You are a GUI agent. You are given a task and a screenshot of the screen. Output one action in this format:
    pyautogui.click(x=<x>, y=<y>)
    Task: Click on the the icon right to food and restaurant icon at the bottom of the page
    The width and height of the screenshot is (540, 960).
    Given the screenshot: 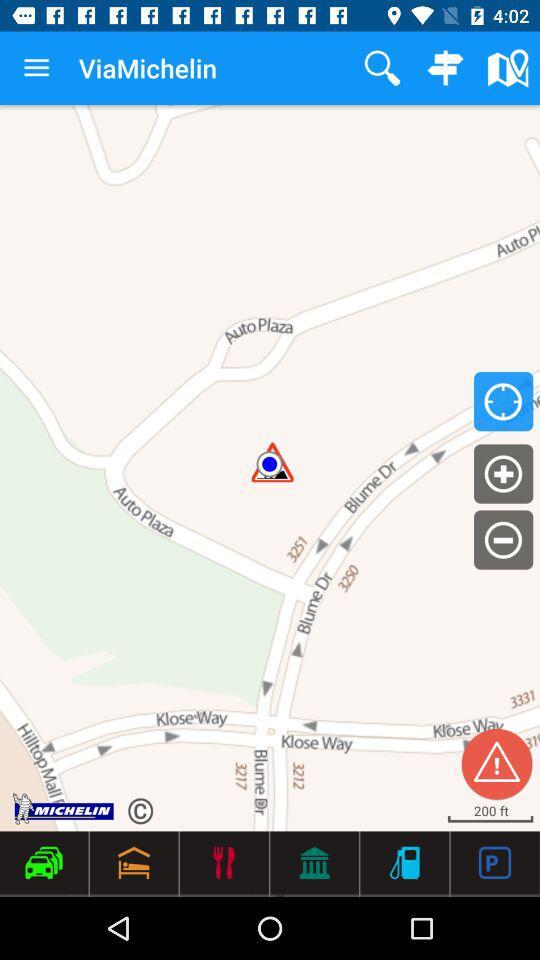 What is the action you would take?
    pyautogui.click(x=314, y=861)
    